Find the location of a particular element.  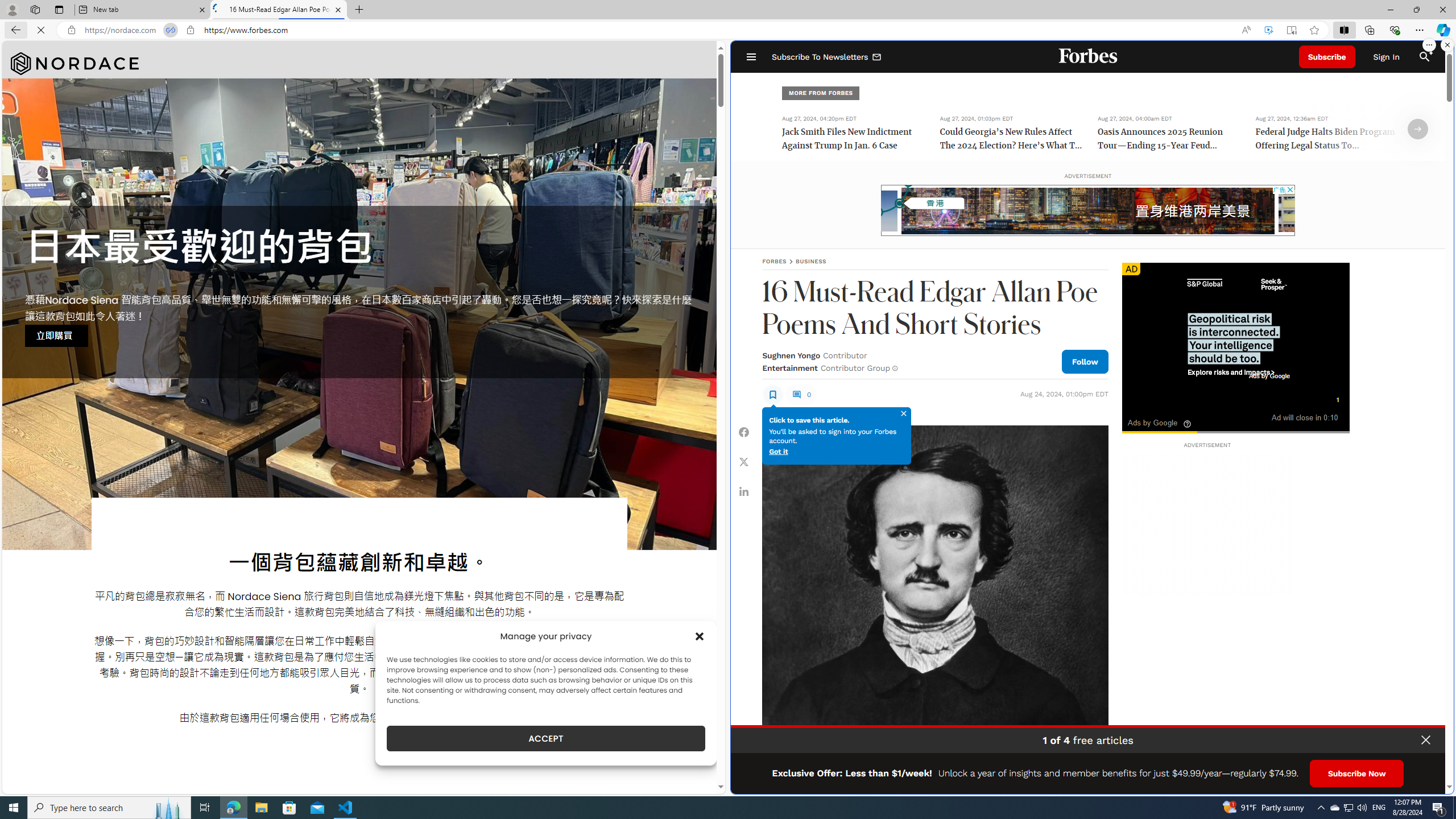

'Portrait of Edgar Allan Poe.' is located at coordinates (934, 597).